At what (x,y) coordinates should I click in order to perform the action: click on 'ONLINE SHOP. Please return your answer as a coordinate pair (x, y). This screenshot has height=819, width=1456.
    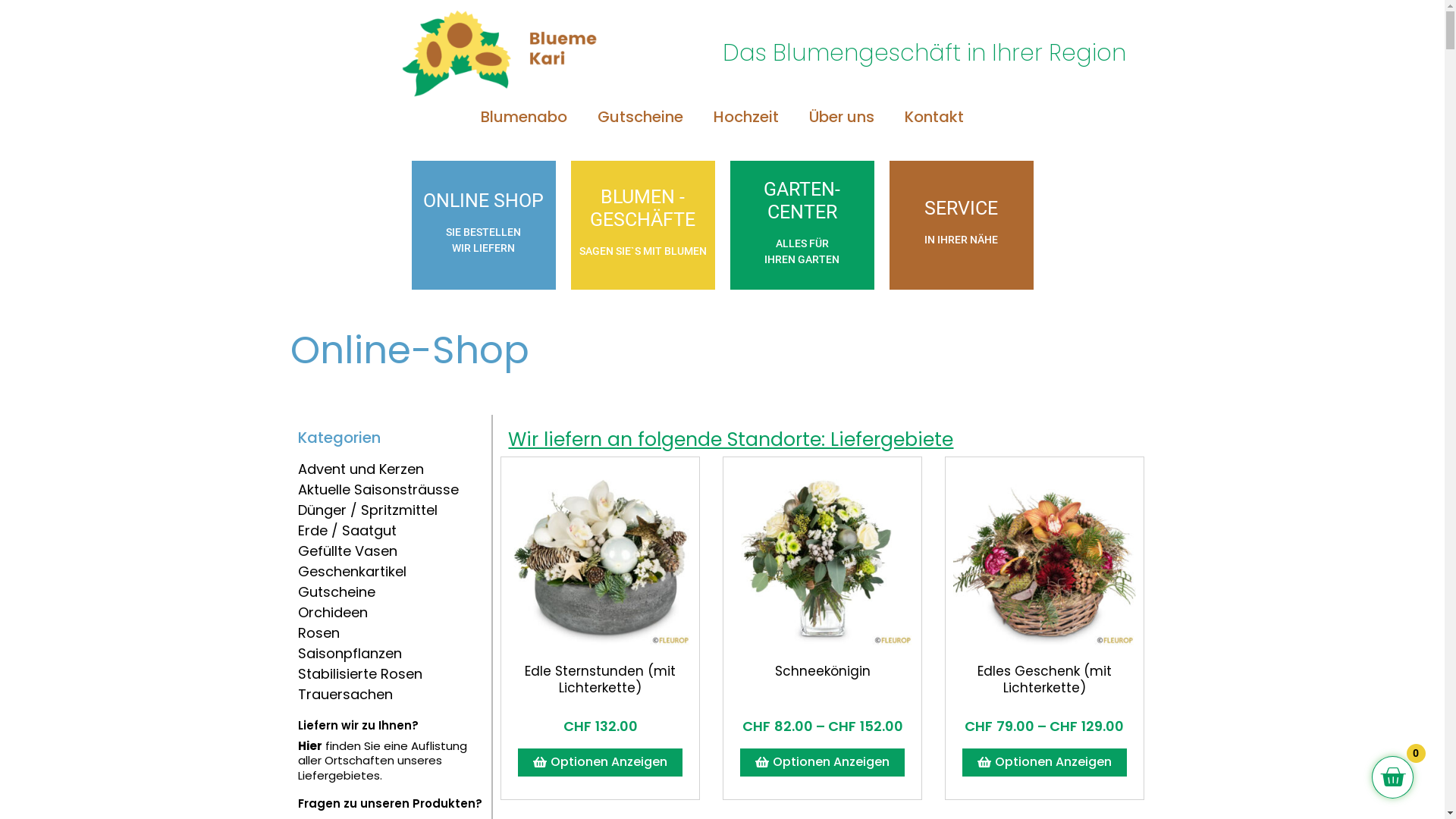
    Looking at the image, I should click on (415, 225).